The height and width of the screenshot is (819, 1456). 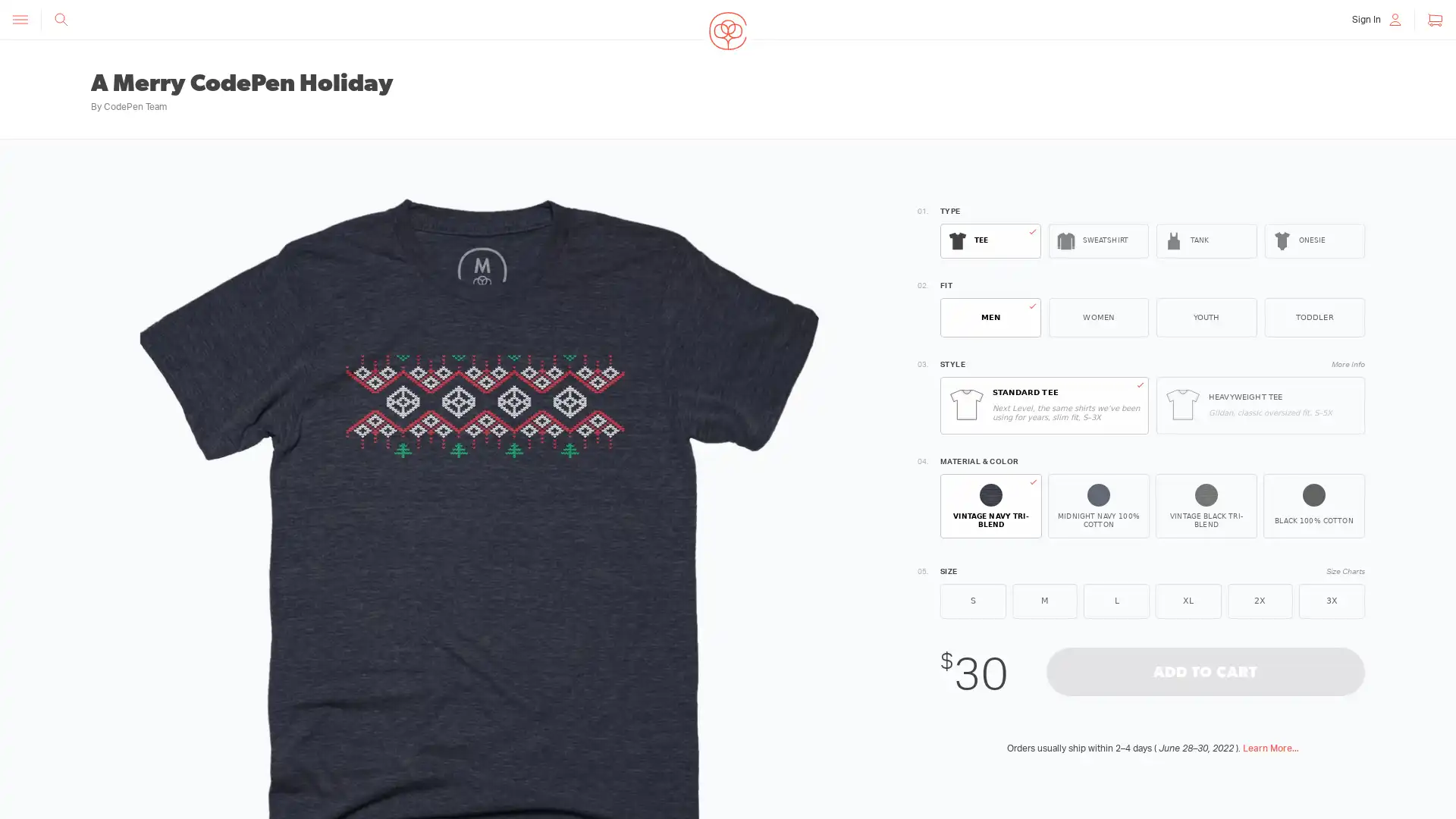 What do you see at coordinates (1099, 506) in the screenshot?
I see `MIDNIGHT NAVY 100% COTTON` at bounding box center [1099, 506].